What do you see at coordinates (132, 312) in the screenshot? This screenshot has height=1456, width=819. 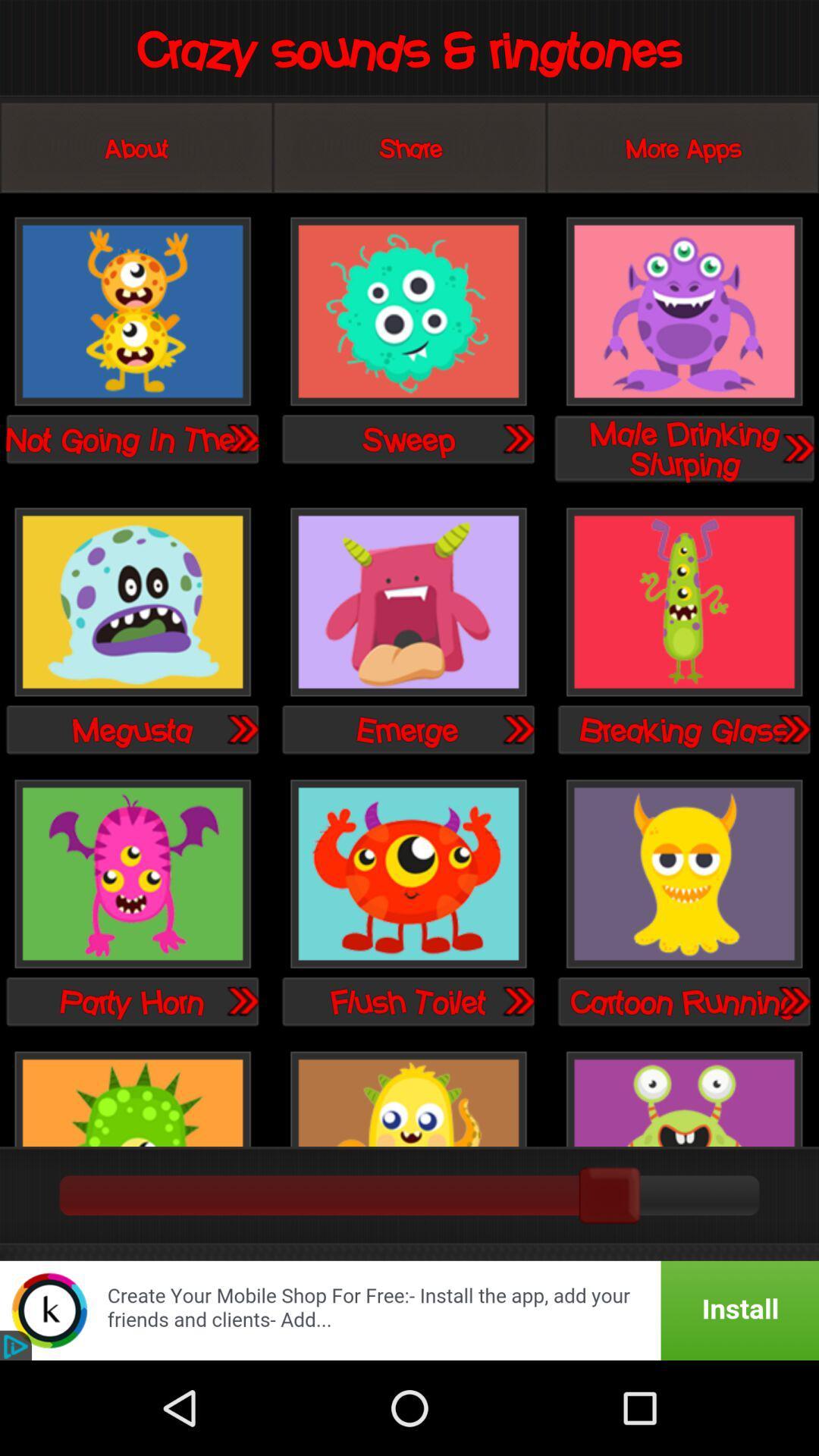 I see `this option is to trigger a different sound` at bounding box center [132, 312].